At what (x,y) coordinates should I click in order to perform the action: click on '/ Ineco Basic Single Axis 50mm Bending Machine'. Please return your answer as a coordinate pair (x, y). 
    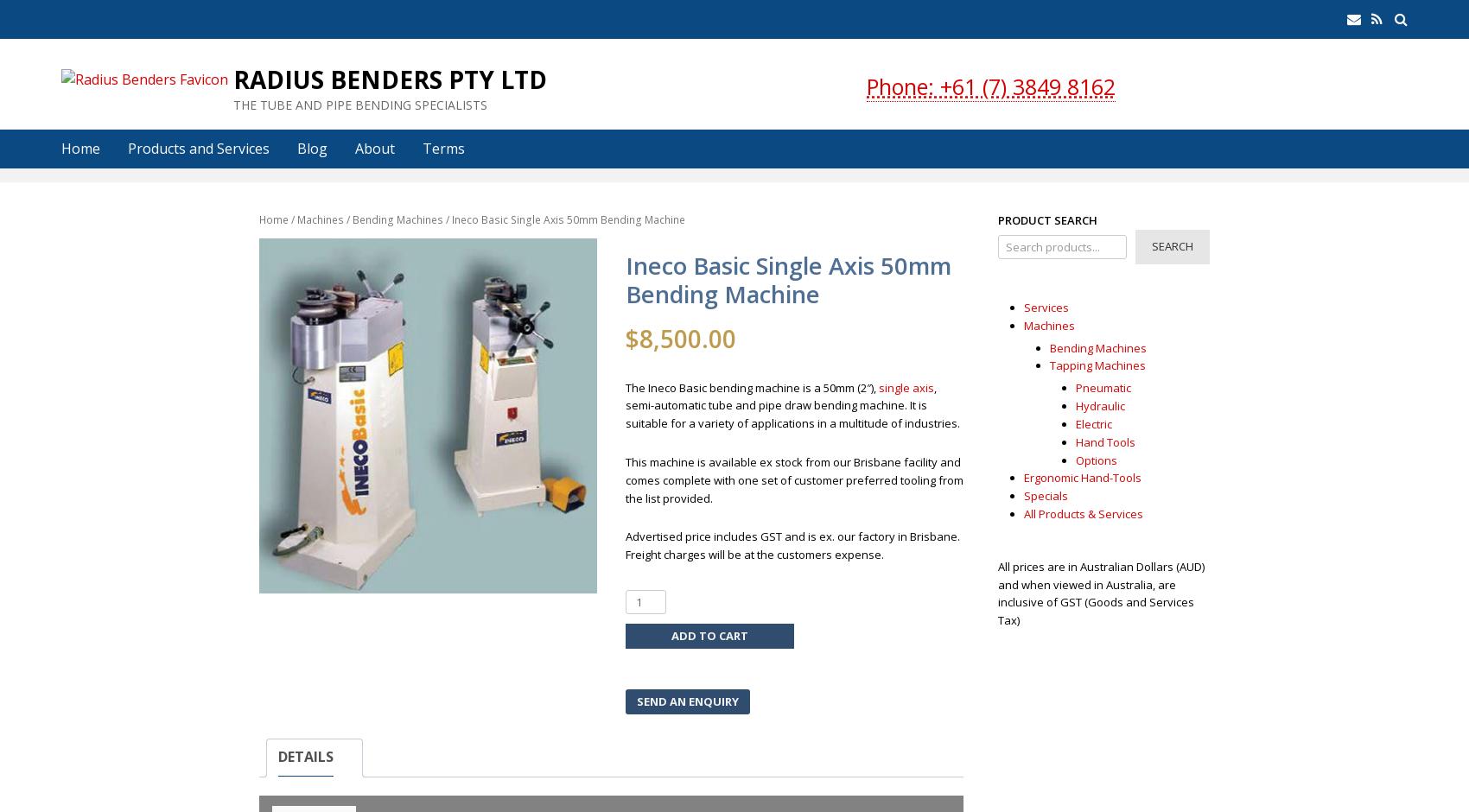
    Looking at the image, I should click on (563, 219).